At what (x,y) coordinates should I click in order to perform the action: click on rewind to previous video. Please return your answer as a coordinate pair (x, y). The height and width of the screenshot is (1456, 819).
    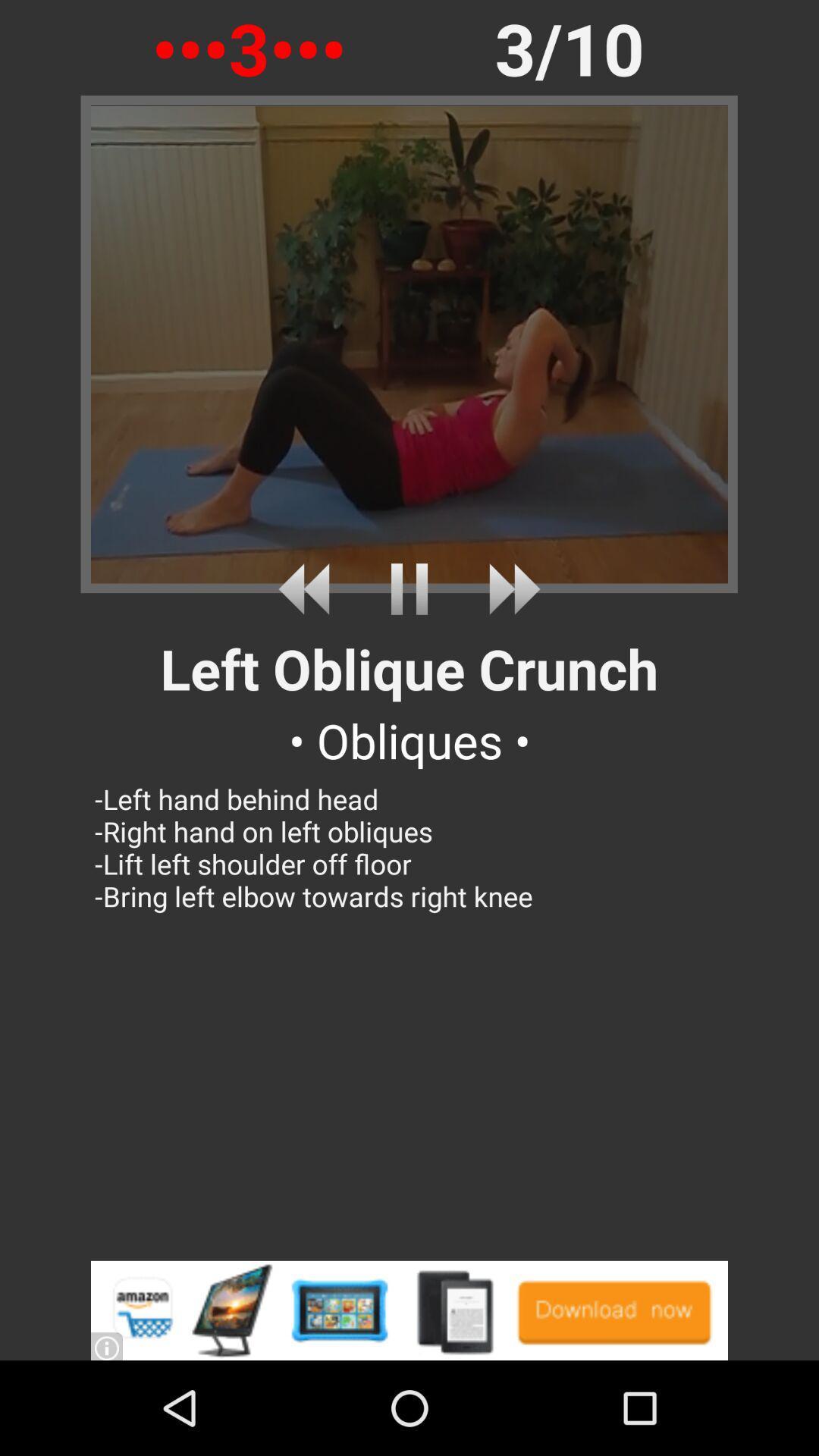
    Looking at the image, I should click on (309, 588).